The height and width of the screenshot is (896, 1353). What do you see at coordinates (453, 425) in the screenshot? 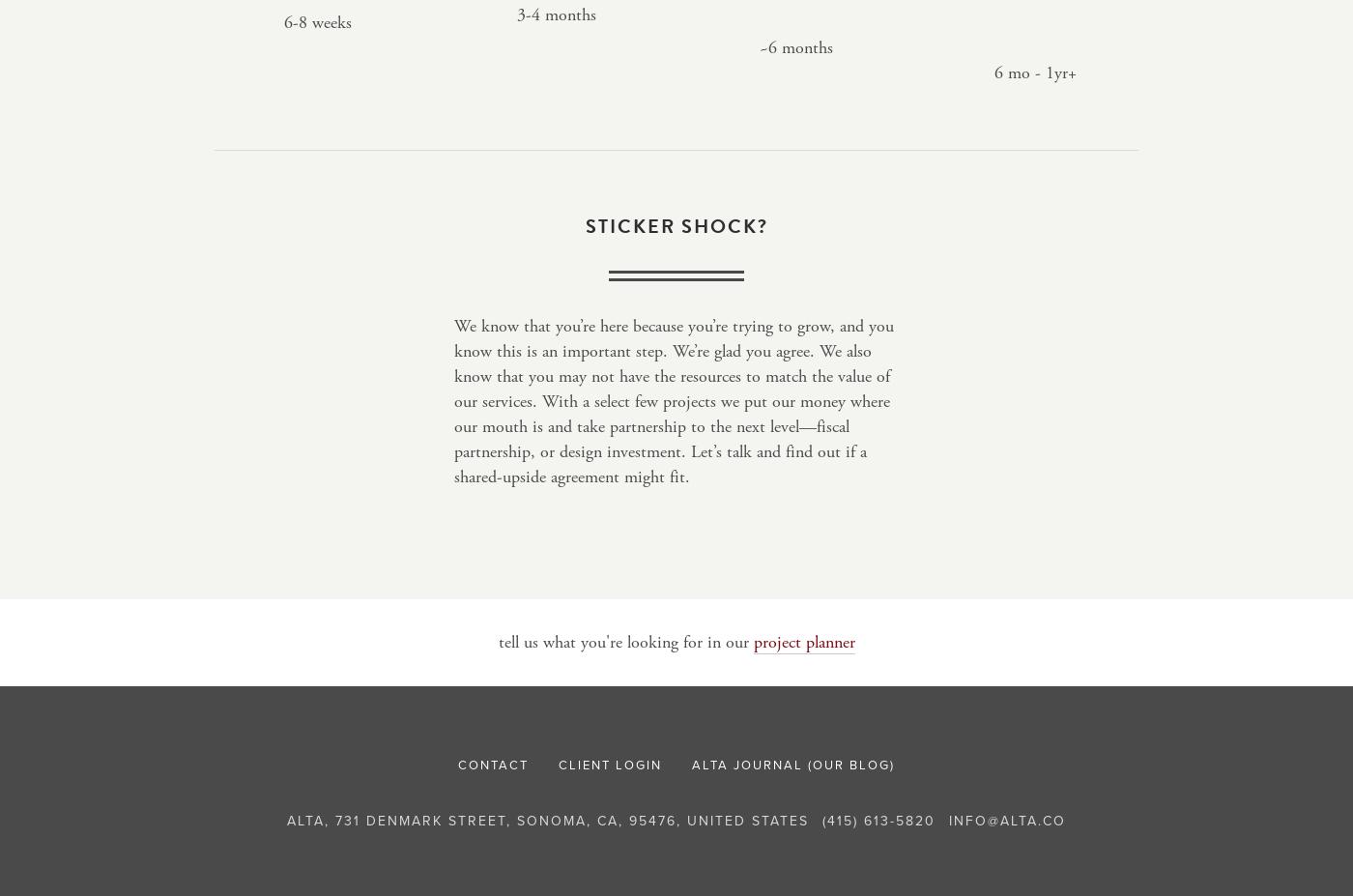
I see `'may not have the resources to match the value of our services. With a select few projects we put our money where our mouth is and take partnership to the next level—fiscal partnership, or design investment. Let’s talk and find out if a shared-upside agreement might fit.'` at bounding box center [453, 425].